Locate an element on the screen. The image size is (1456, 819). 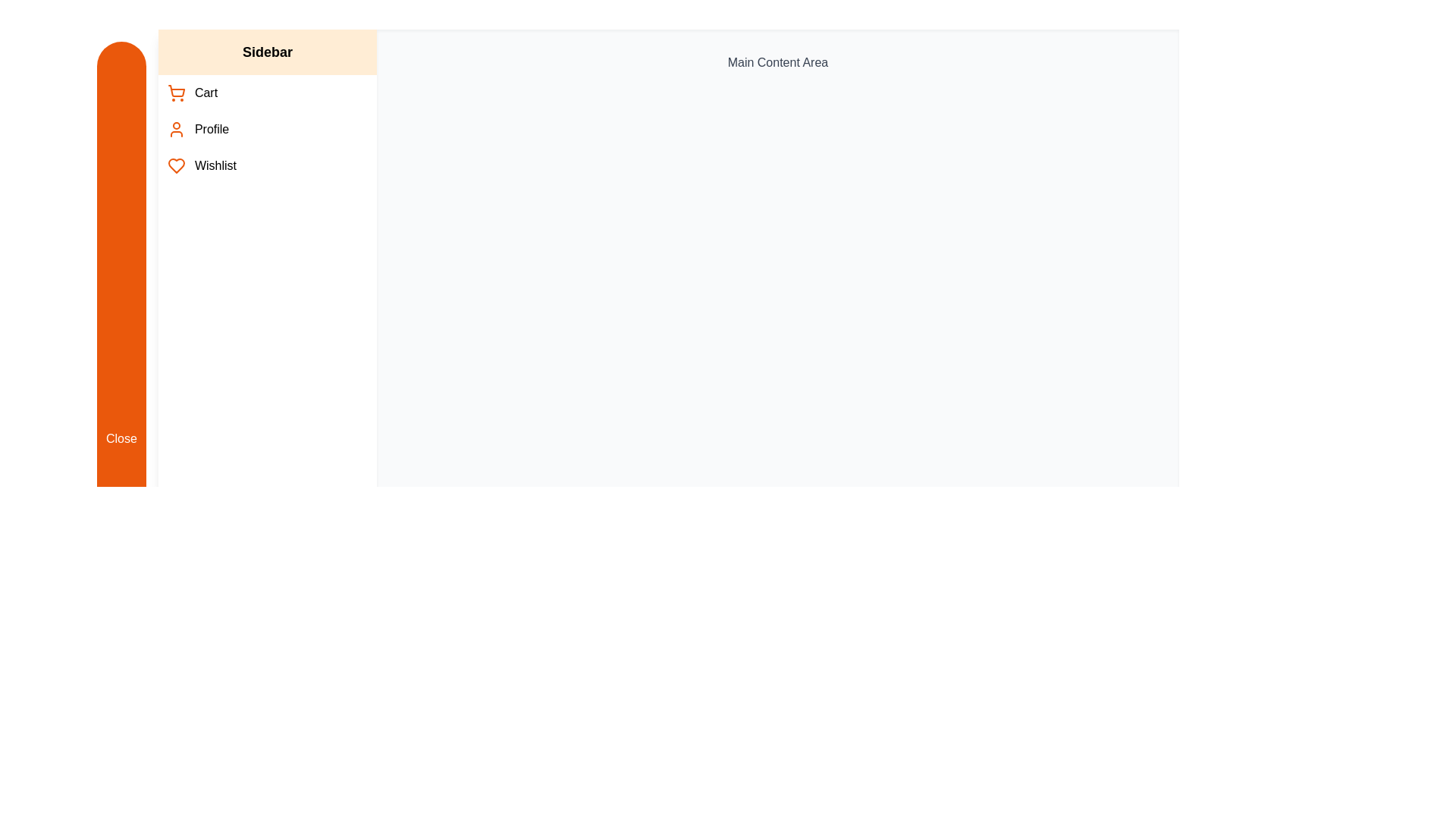
the icon next to Wishlist in the sidebar is located at coordinates (175, 166).